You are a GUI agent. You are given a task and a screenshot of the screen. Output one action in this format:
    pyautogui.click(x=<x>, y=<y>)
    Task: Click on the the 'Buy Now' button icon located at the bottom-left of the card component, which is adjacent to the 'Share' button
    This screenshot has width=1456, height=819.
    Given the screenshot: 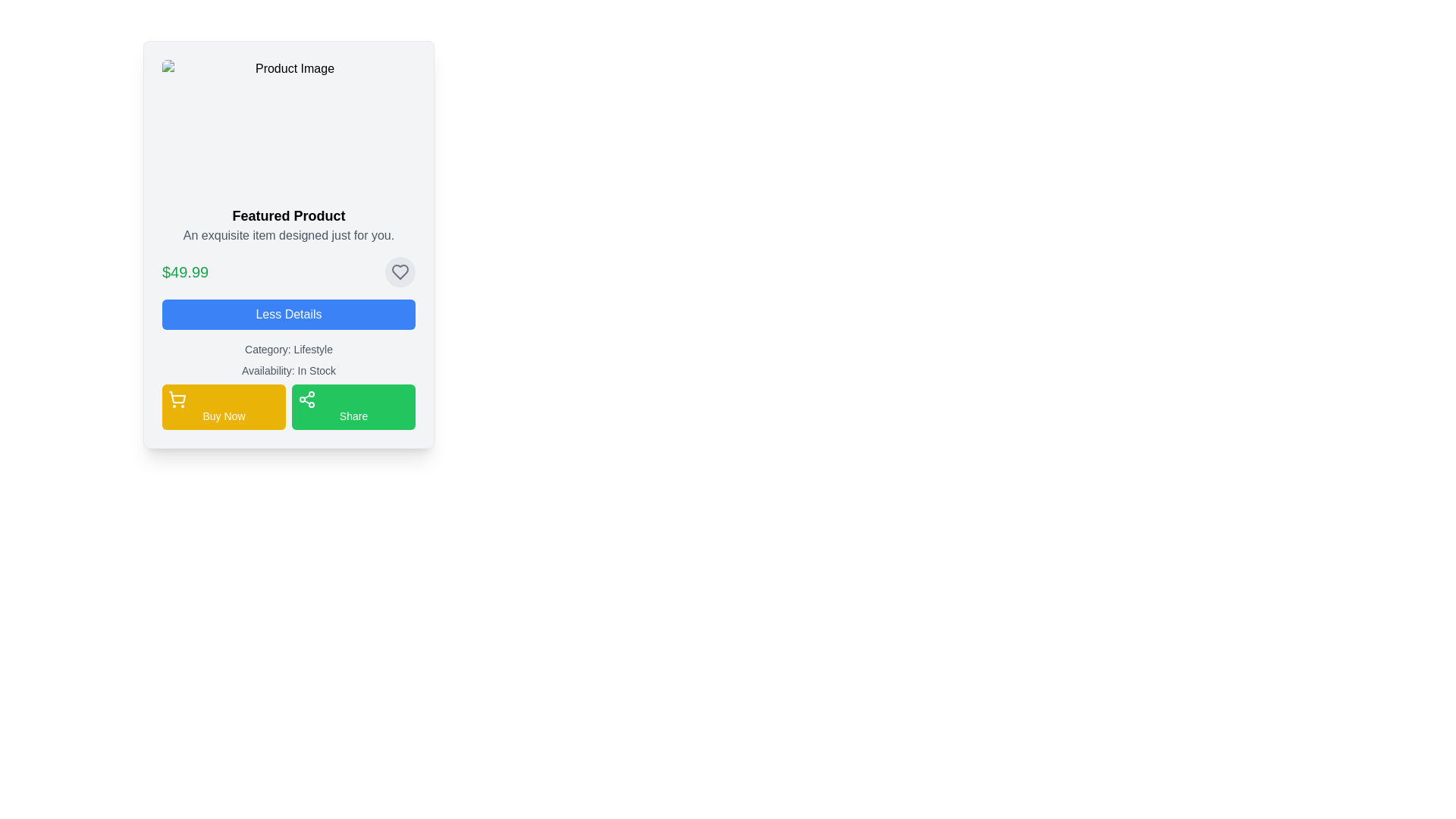 What is the action you would take?
    pyautogui.click(x=177, y=399)
    